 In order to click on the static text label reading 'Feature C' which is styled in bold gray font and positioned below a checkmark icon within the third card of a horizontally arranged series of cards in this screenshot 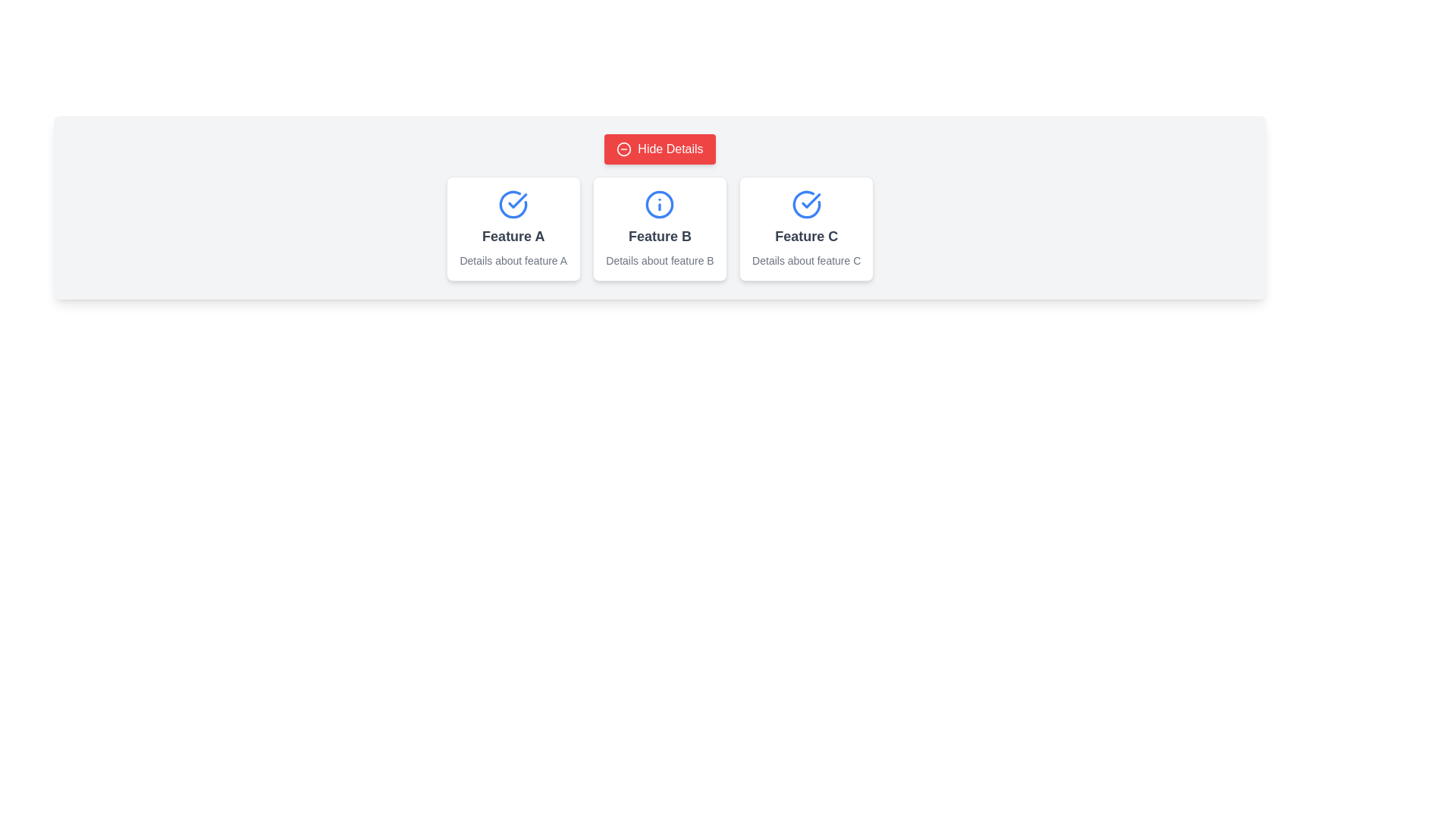, I will do `click(805, 237)`.